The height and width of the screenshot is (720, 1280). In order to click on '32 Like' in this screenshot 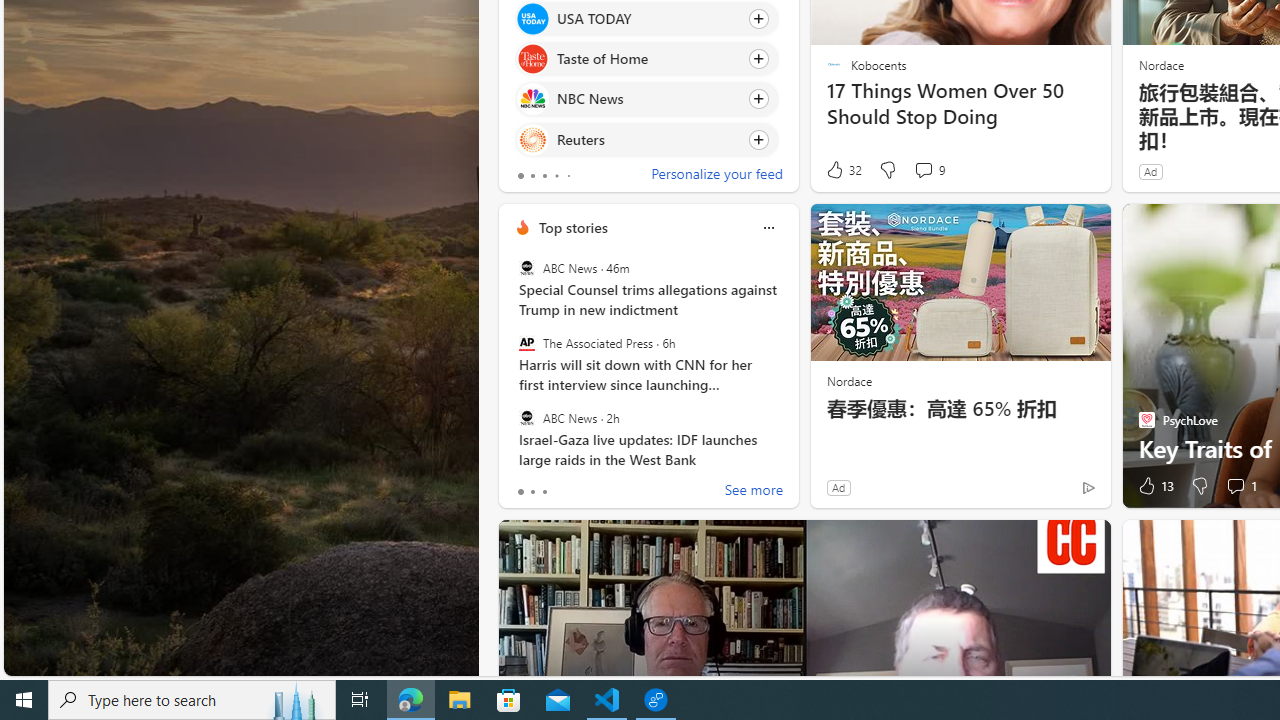, I will do `click(843, 169)`.